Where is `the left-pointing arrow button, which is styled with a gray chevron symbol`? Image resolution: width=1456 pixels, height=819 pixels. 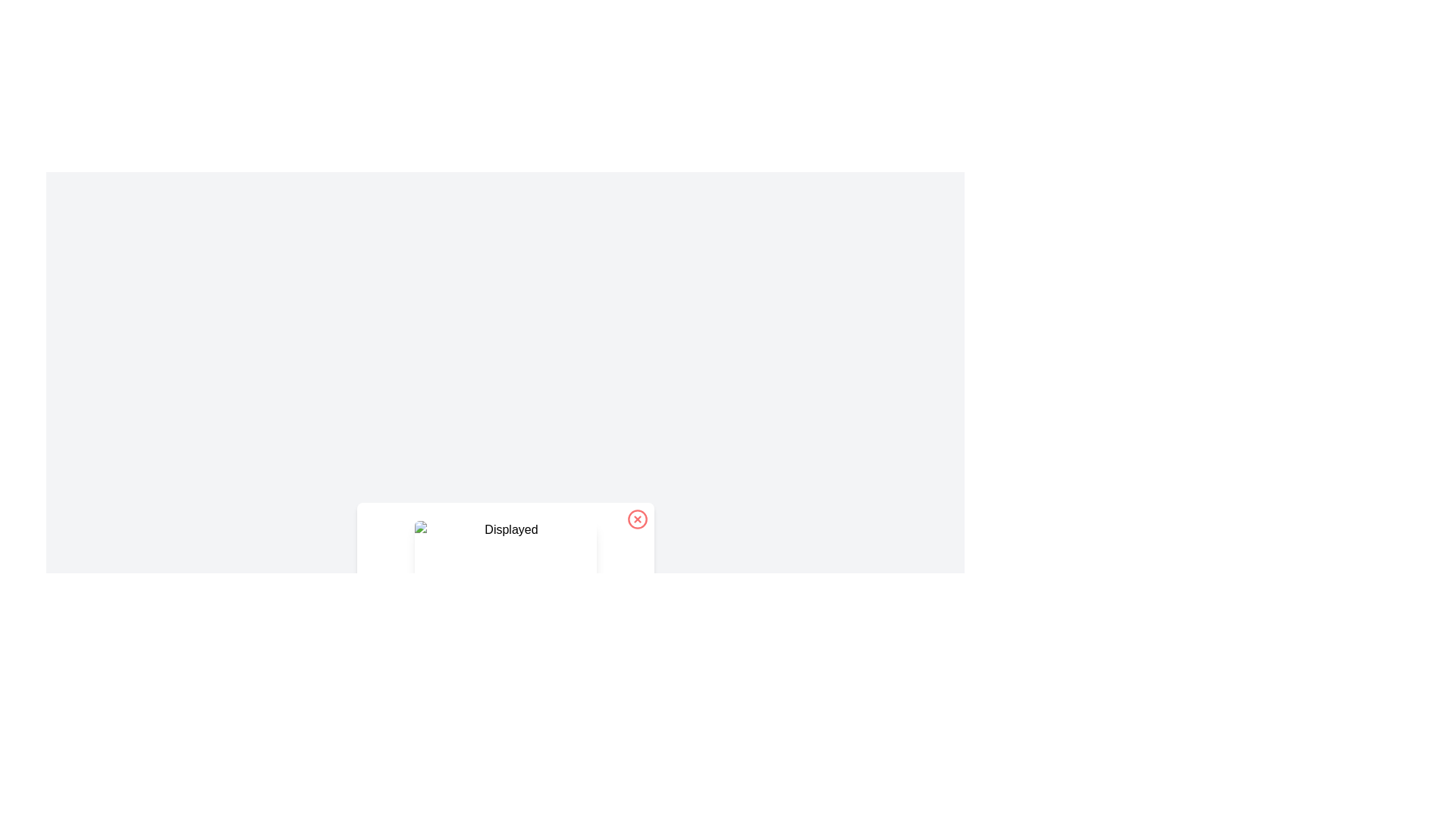 the left-pointing arrow button, which is styled with a gray chevron symbol is located at coordinates (388, 581).